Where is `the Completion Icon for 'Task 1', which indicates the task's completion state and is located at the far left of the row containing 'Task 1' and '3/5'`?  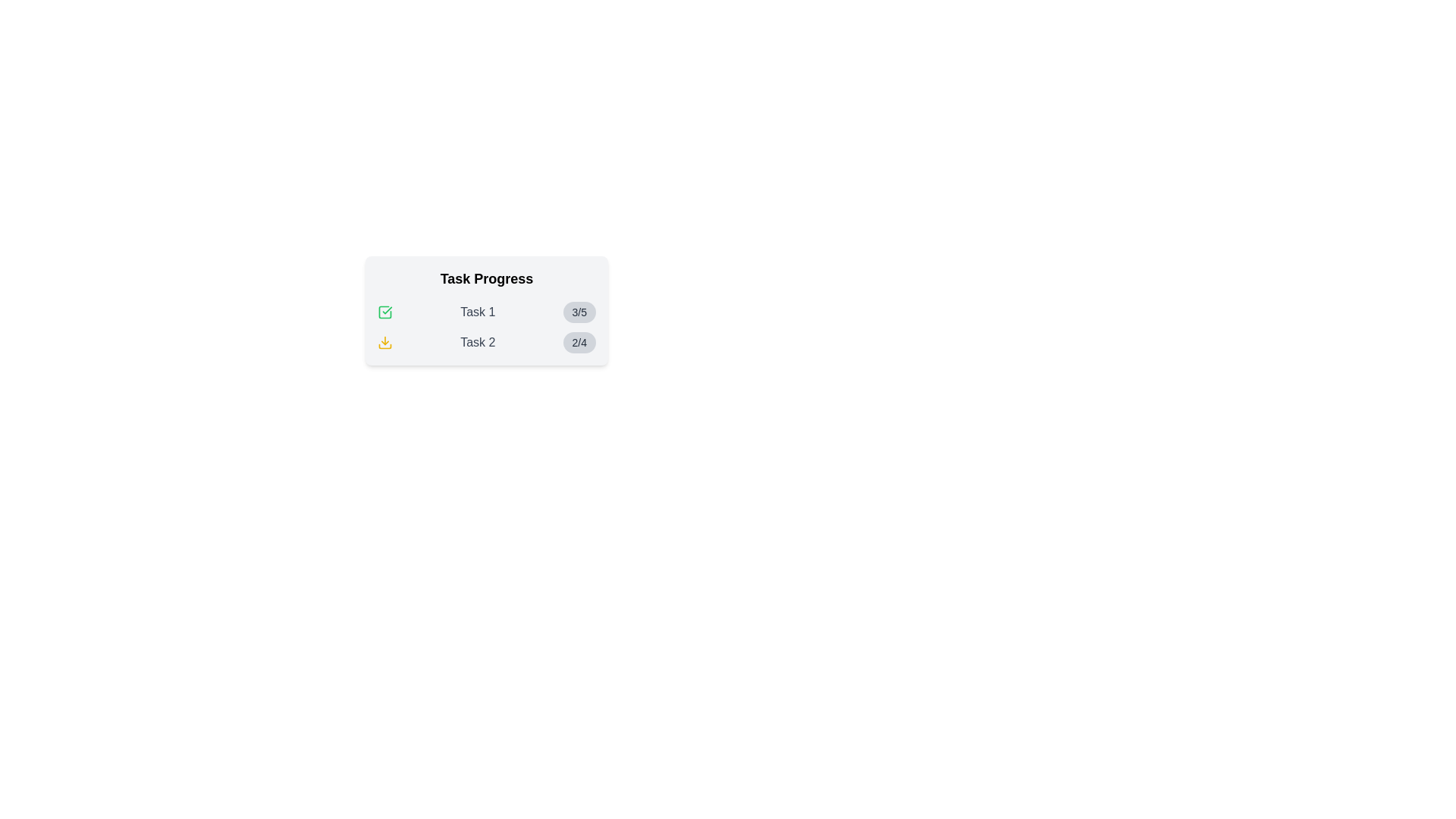 the Completion Icon for 'Task 1', which indicates the task's completion state and is located at the far left of the row containing 'Task 1' and '3/5' is located at coordinates (385, 312).